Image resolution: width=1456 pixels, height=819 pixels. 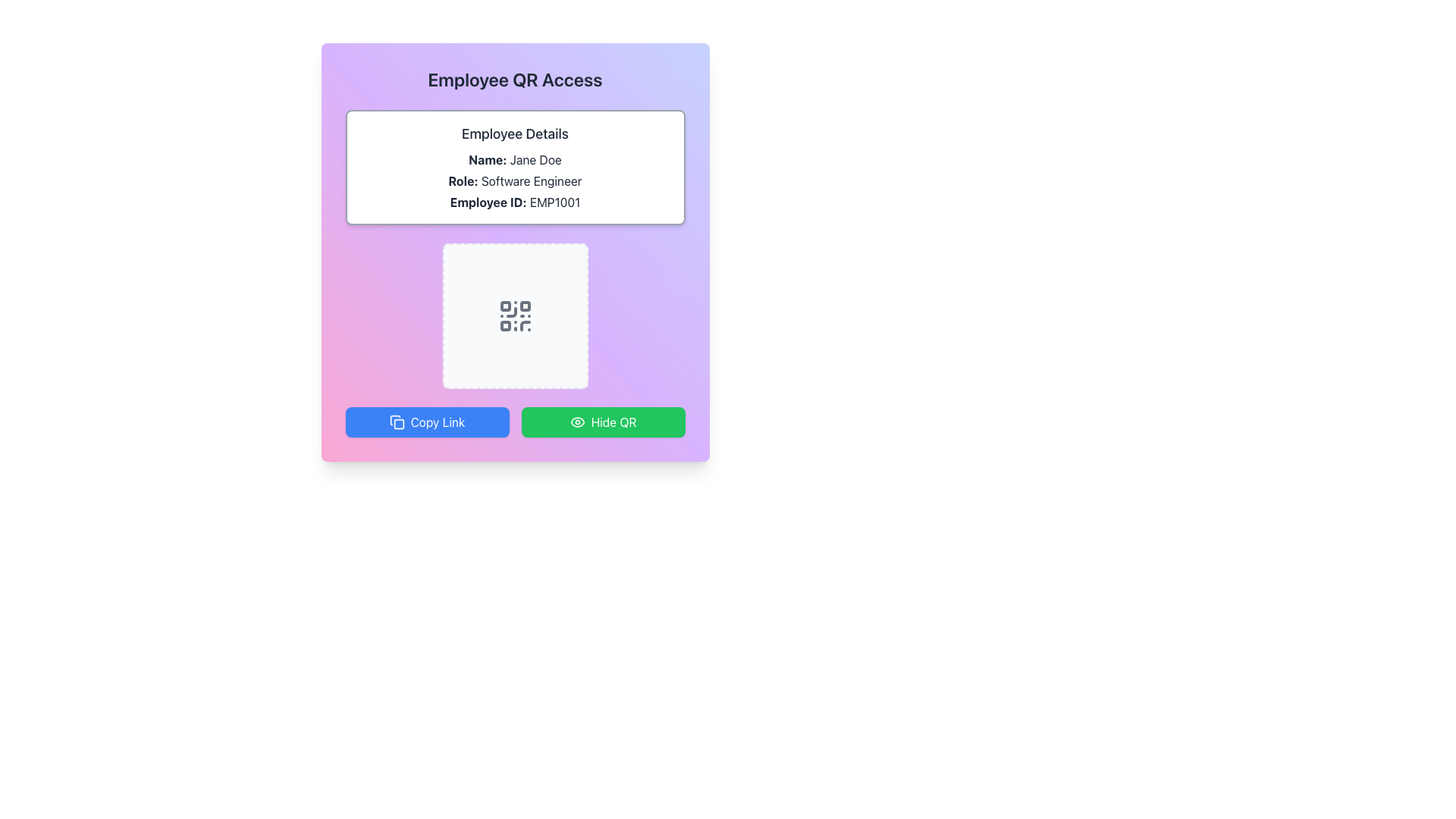 What do you see at coordinates (505, 306) in the screenshot?
I see `the top-left square of the QR code graphic, which is prominently placed in the center of the user interface` at bounding box center [505, 306].